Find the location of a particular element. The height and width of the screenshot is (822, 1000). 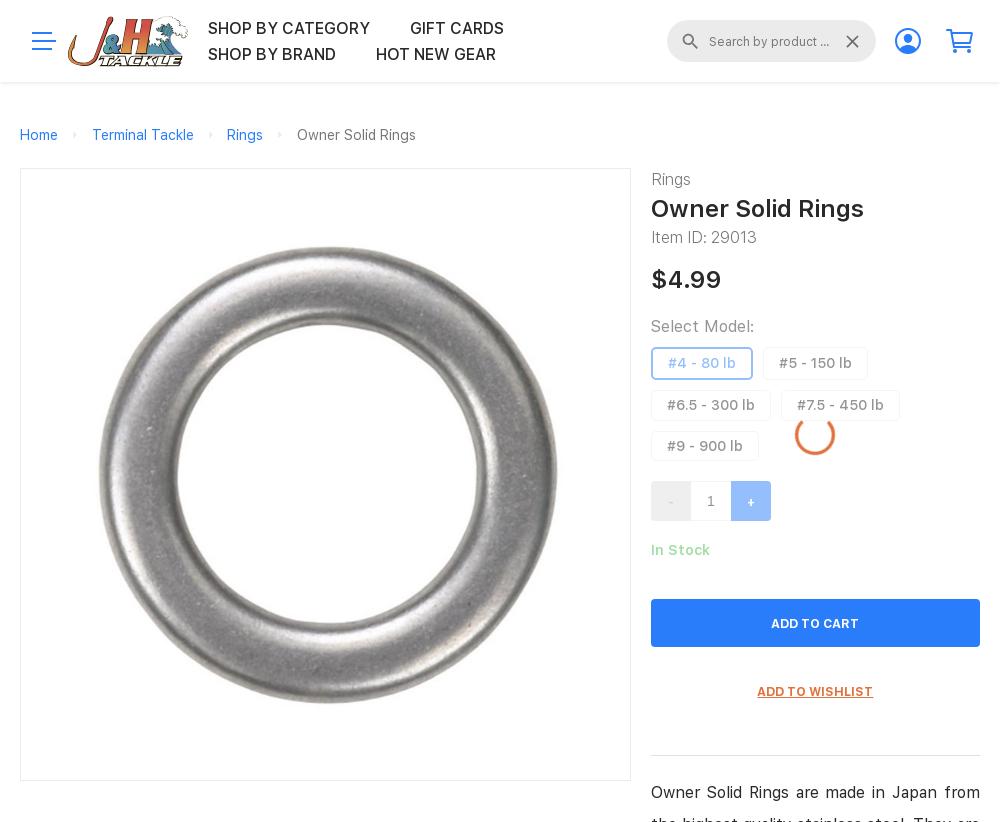

'#7.5 - 450 lb' is located at coordinates (838, 403).